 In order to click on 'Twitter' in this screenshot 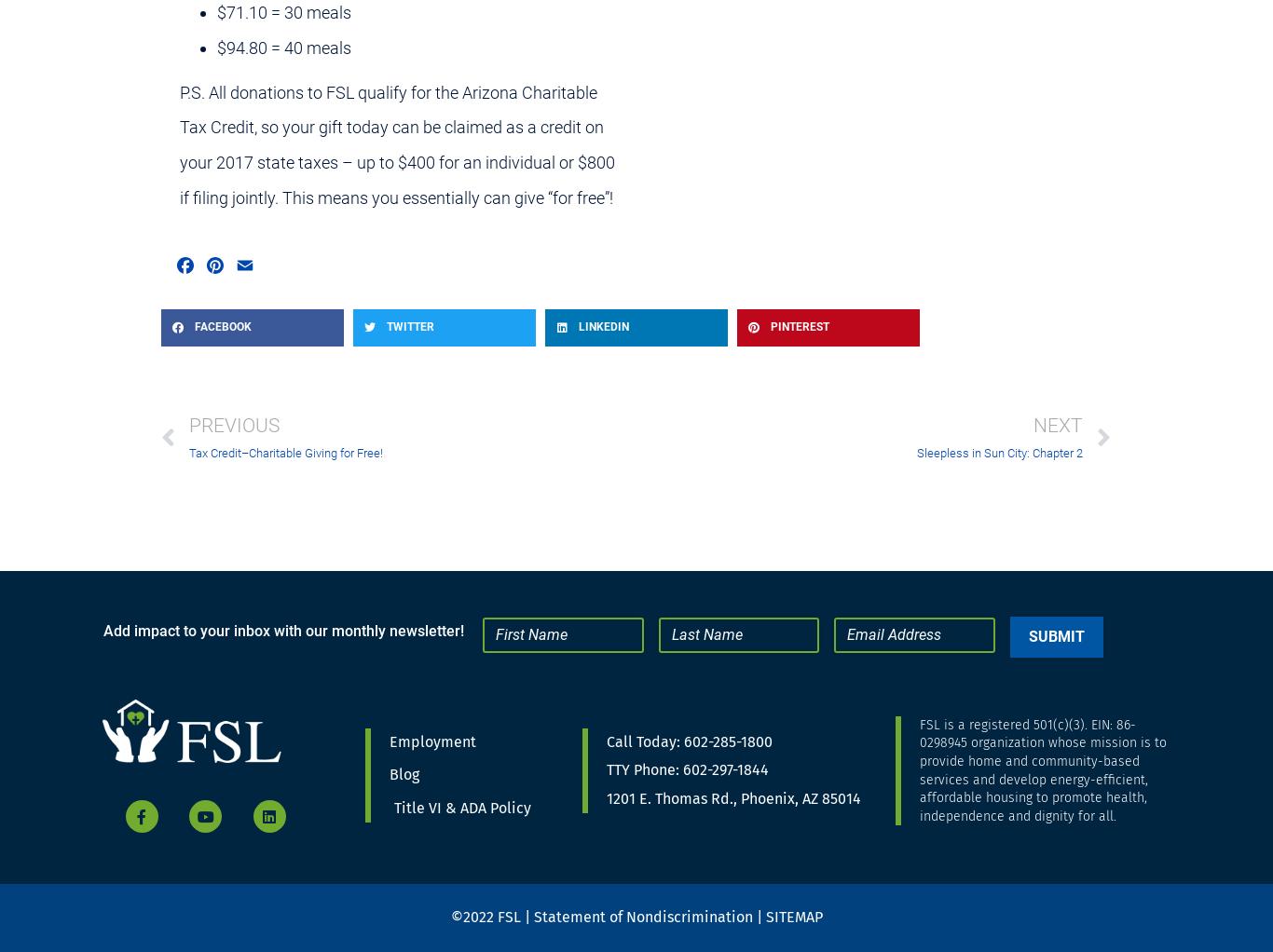, I will do `click(409, 326)`.